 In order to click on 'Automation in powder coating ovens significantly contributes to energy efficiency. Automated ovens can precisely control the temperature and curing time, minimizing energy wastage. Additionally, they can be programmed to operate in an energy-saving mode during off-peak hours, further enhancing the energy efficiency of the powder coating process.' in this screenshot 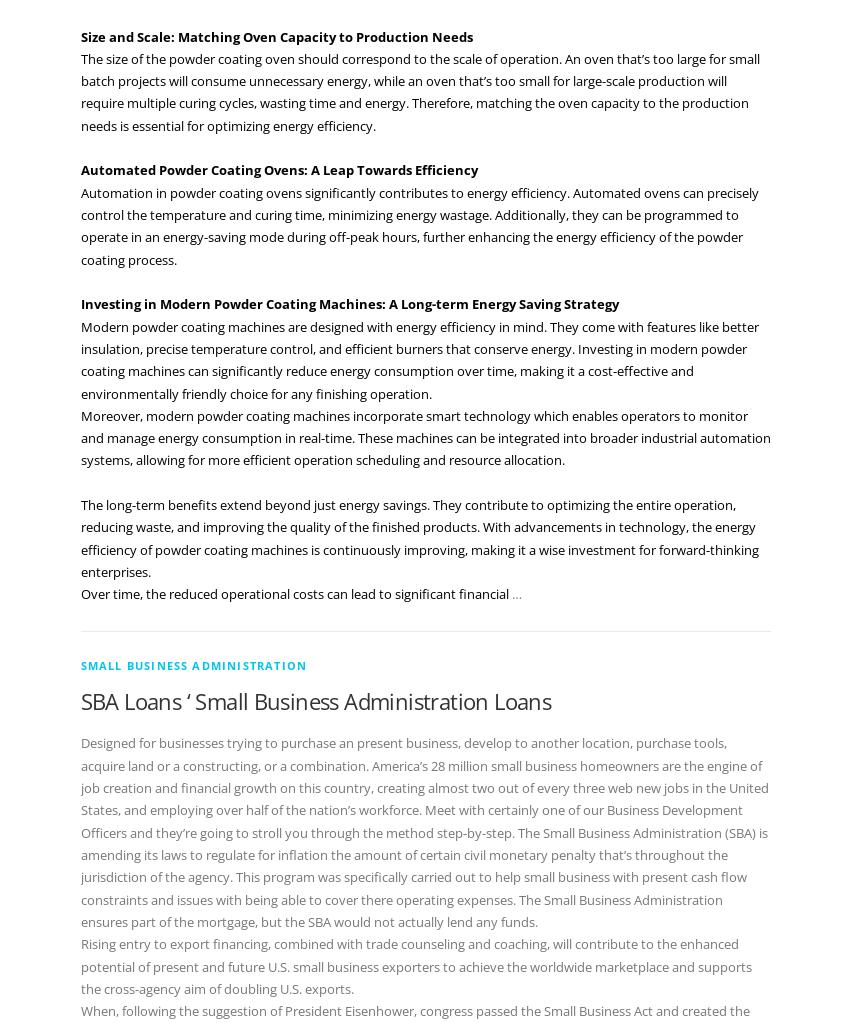, I will do `click(418, 224)`.